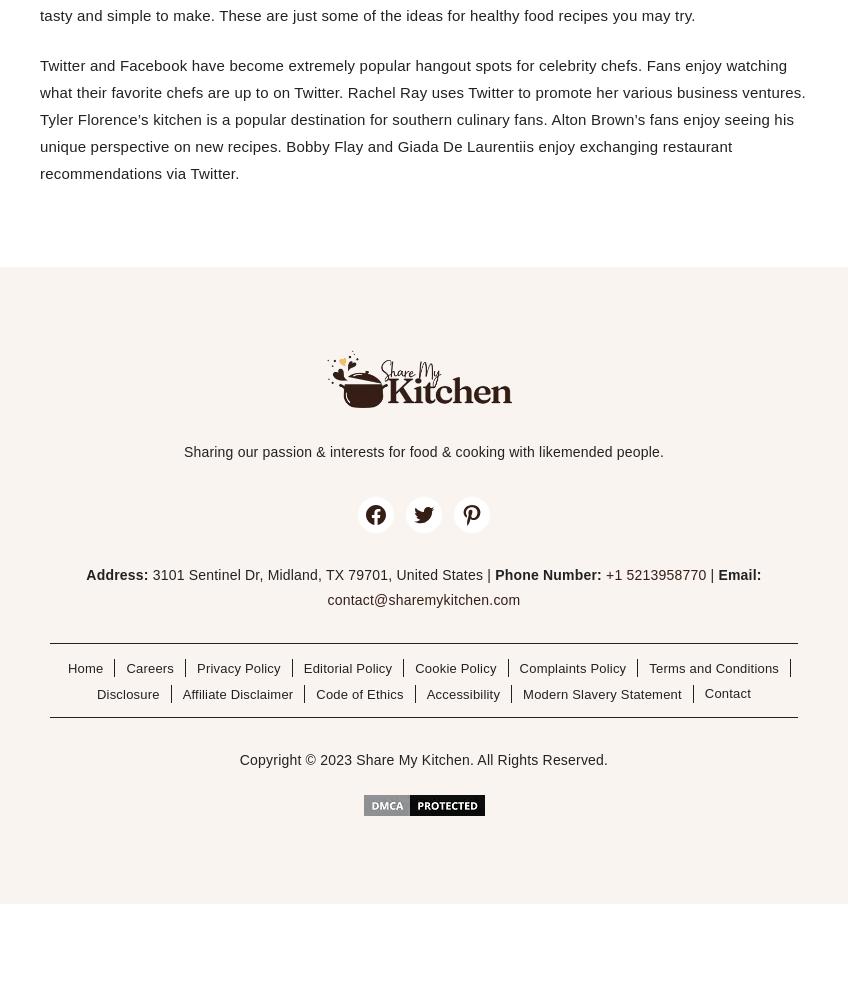 The image size is (848, 1002). What do you see at coordinates (126, 693) in the screenshot?
I see `'Disclosure'` at bounding box center [126, 693].